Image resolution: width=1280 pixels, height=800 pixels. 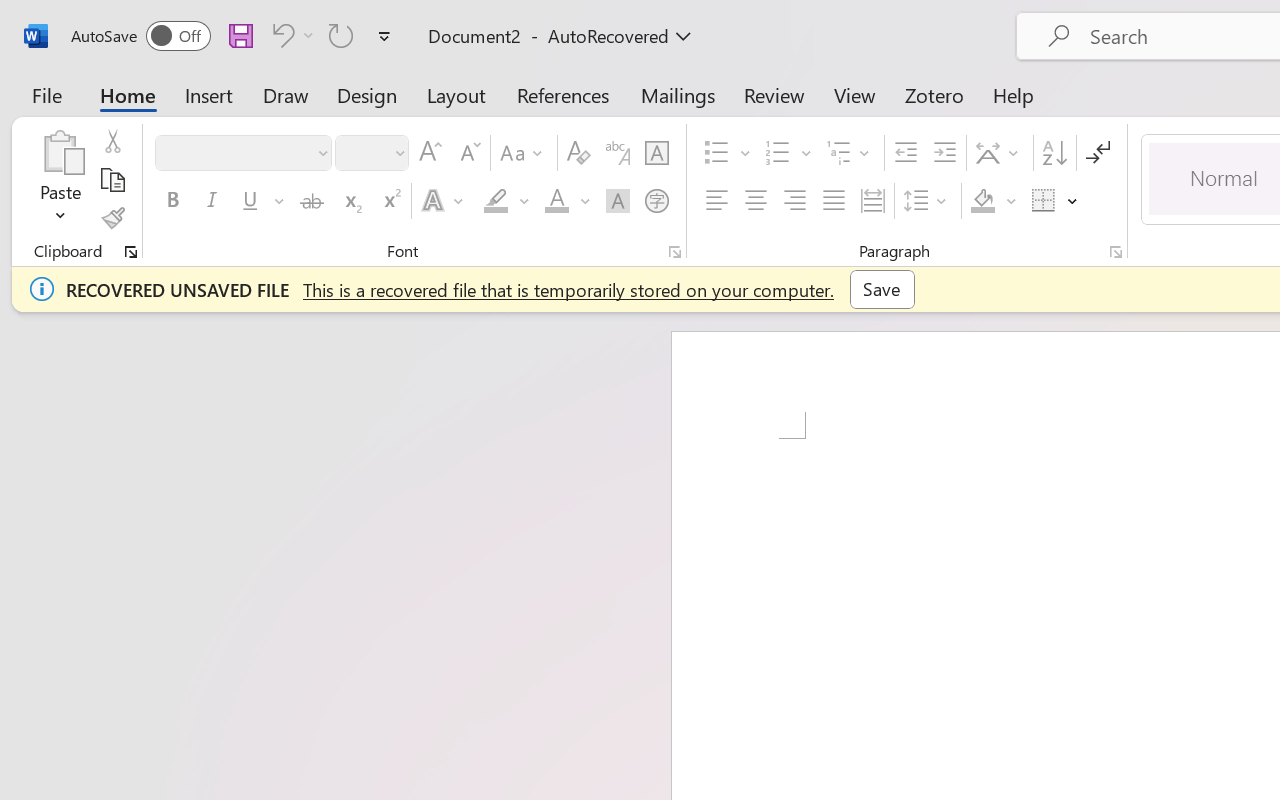 I want to click on 'Change Case', so click(x=524, y=153).